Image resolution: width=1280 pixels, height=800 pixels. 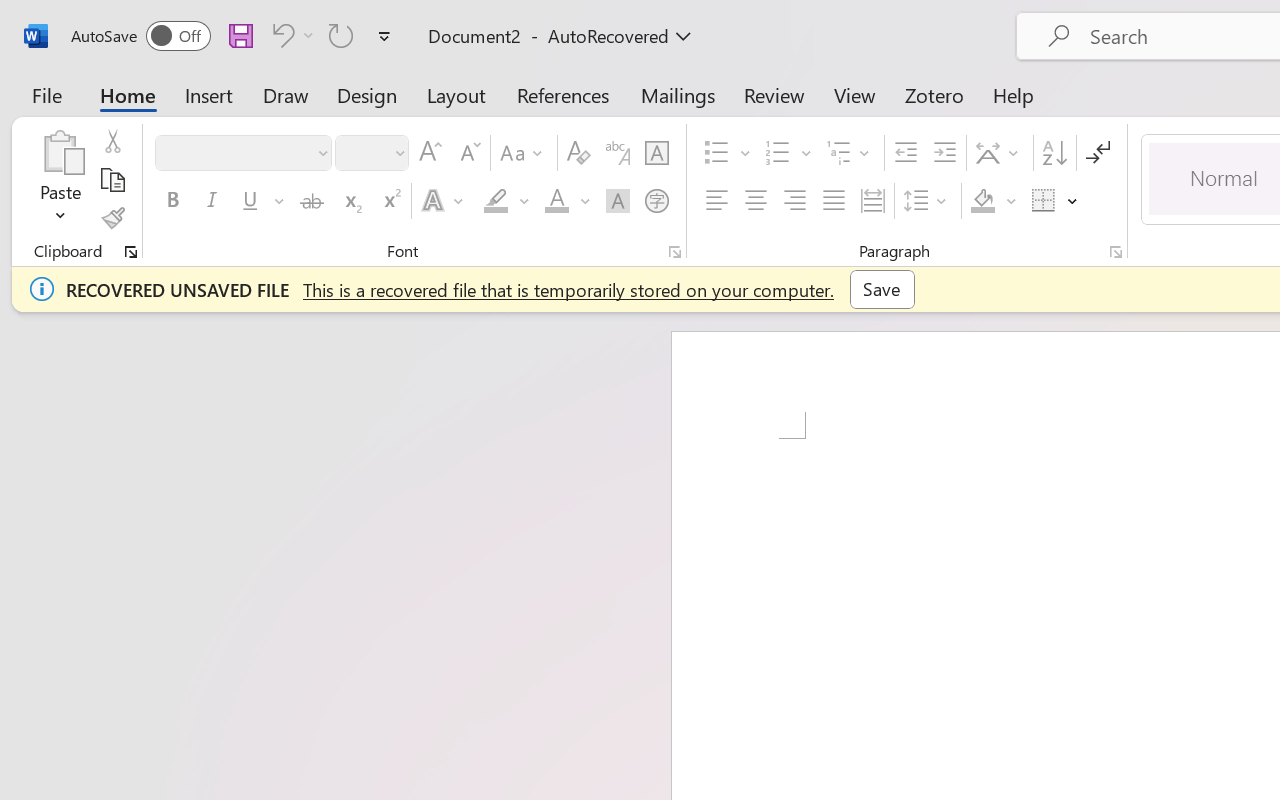 I want to click on 'Change Case', so click(x=524, y=153).